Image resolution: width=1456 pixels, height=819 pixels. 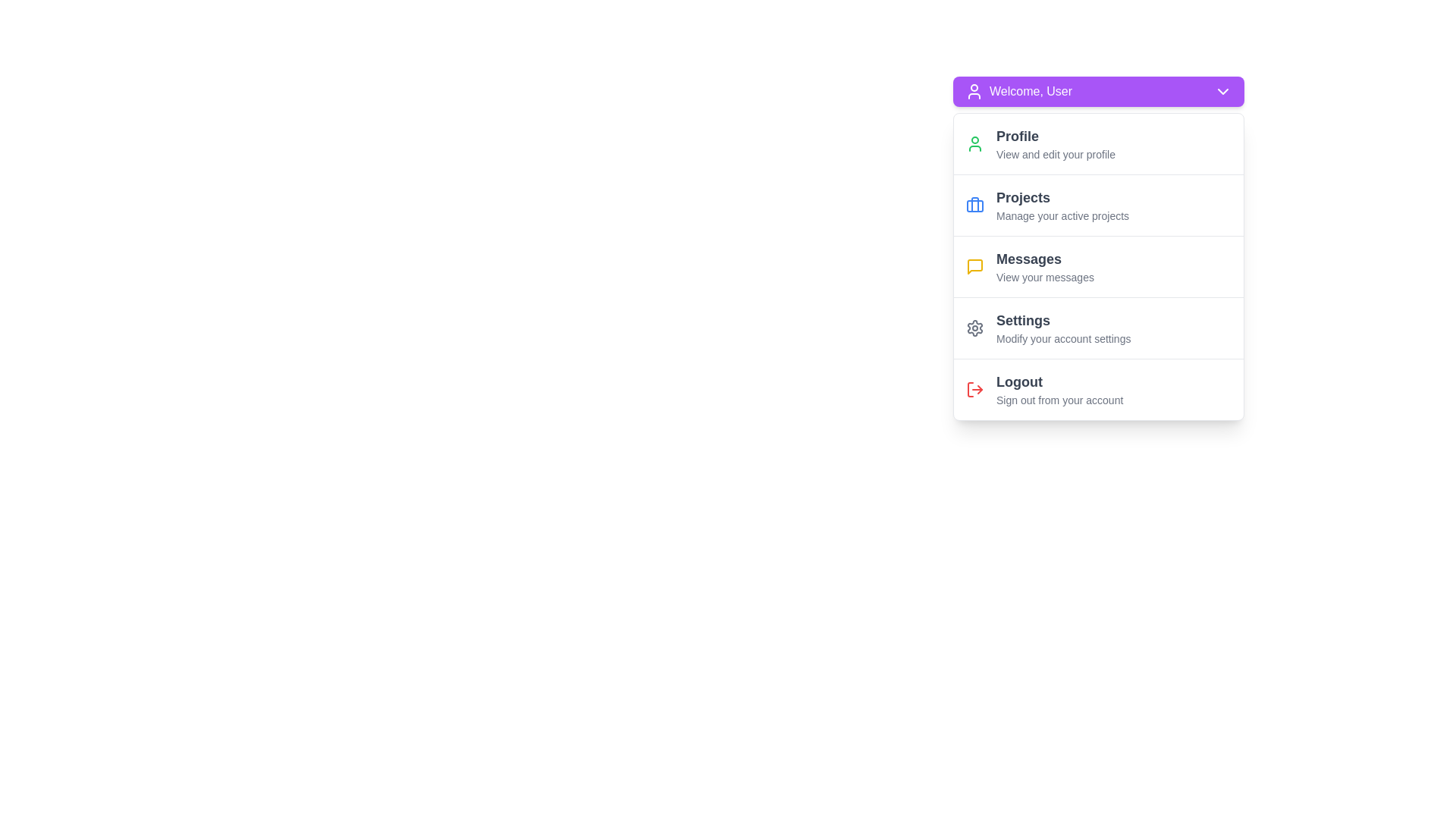 What do you see at coordinates (1059, 400) in the screenshot?
I see `auxiliary descriptive text located directly below the 'Logout' label in the dropdown menu panel at the upper right corner of the interface` at bounding box center [1059, 400].